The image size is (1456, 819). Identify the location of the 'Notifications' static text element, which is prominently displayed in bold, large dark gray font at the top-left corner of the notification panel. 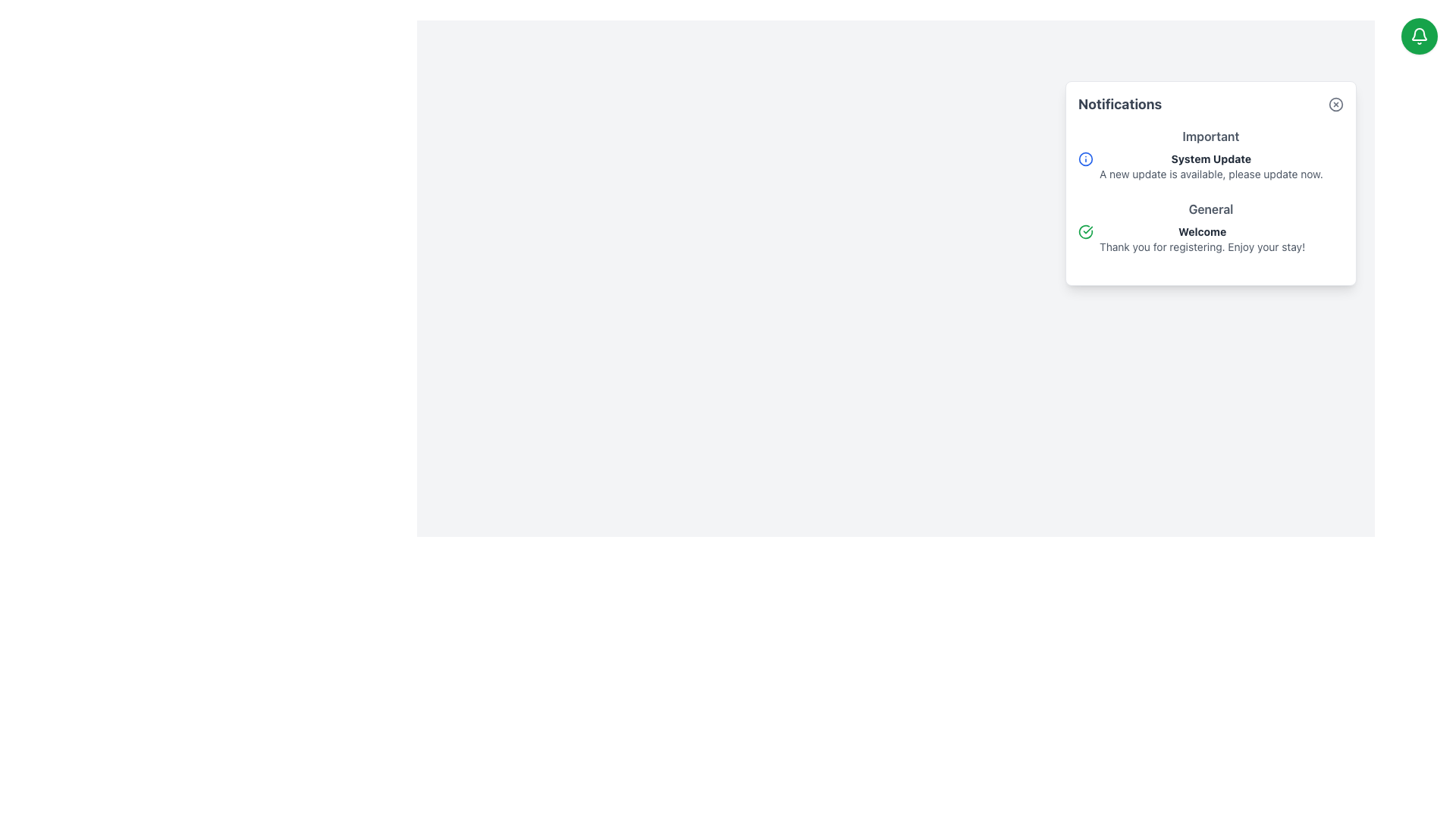
(1120, 104).